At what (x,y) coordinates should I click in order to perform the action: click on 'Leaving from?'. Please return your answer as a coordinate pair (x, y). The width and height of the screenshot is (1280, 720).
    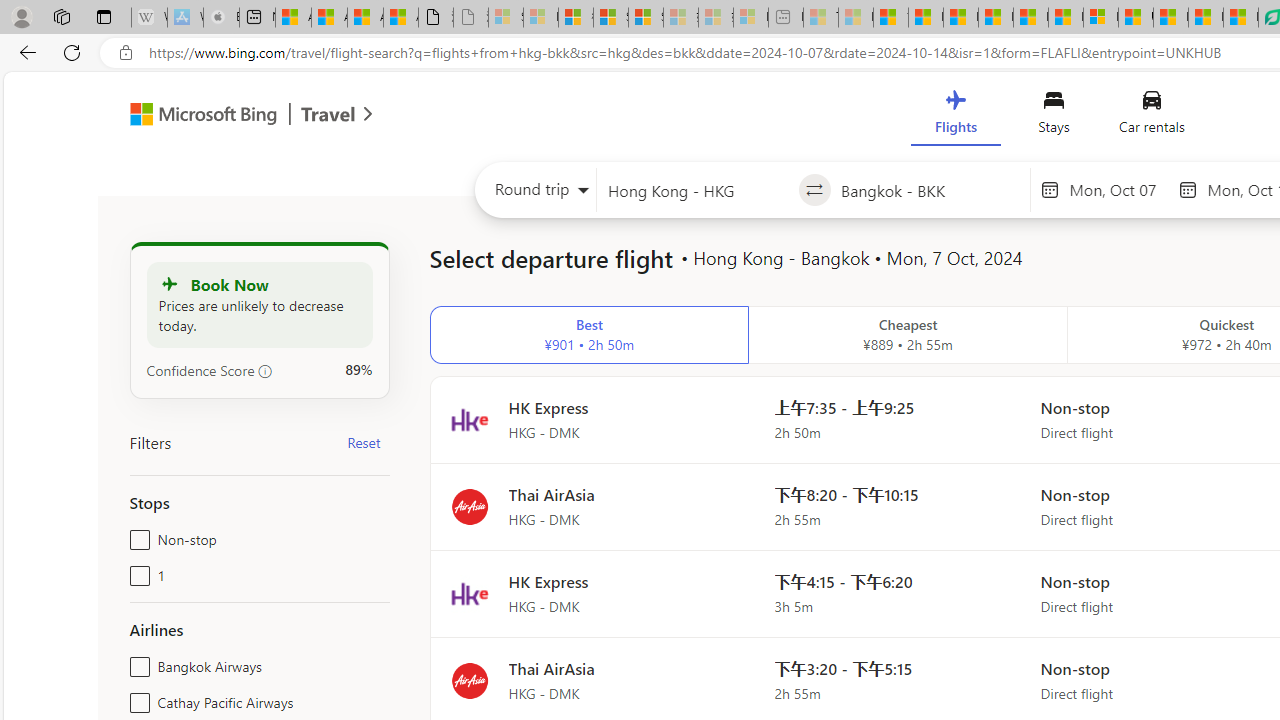
    Looking at the image, I should click on (697, 190).